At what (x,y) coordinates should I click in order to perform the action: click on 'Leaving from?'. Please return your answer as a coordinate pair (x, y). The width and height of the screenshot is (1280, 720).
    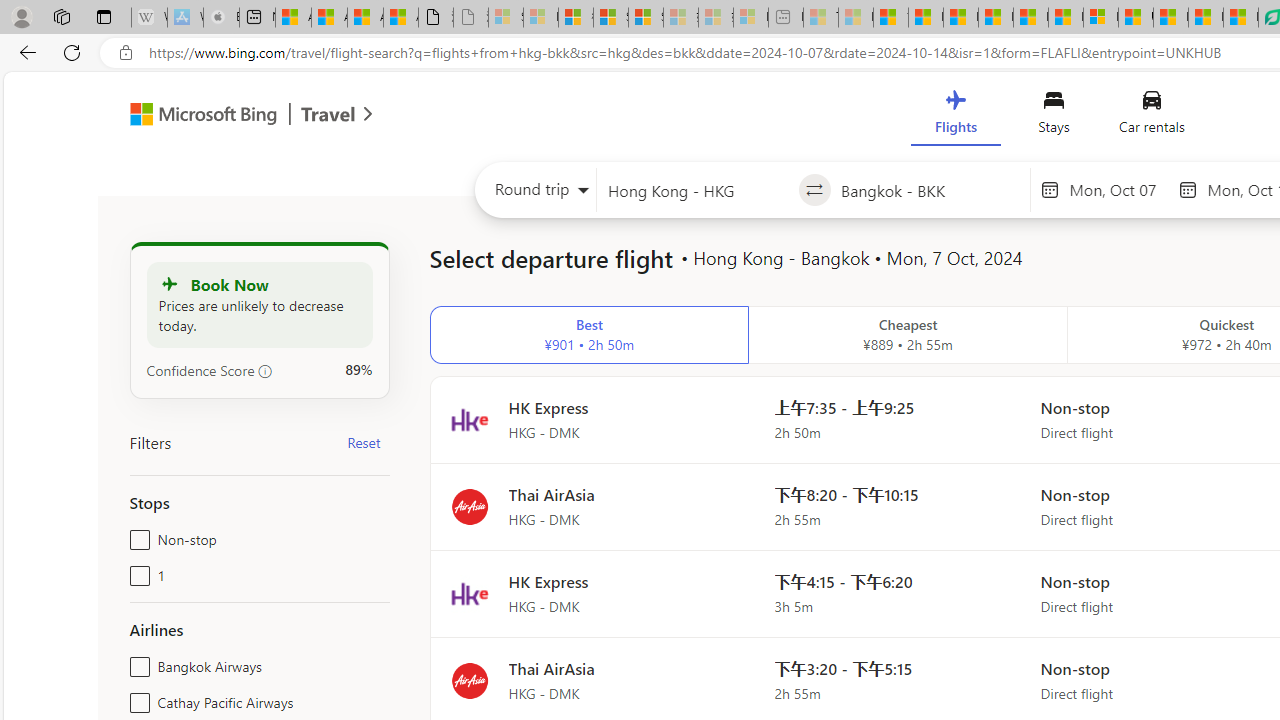
    Looking at the image, I should click on (697, 190).